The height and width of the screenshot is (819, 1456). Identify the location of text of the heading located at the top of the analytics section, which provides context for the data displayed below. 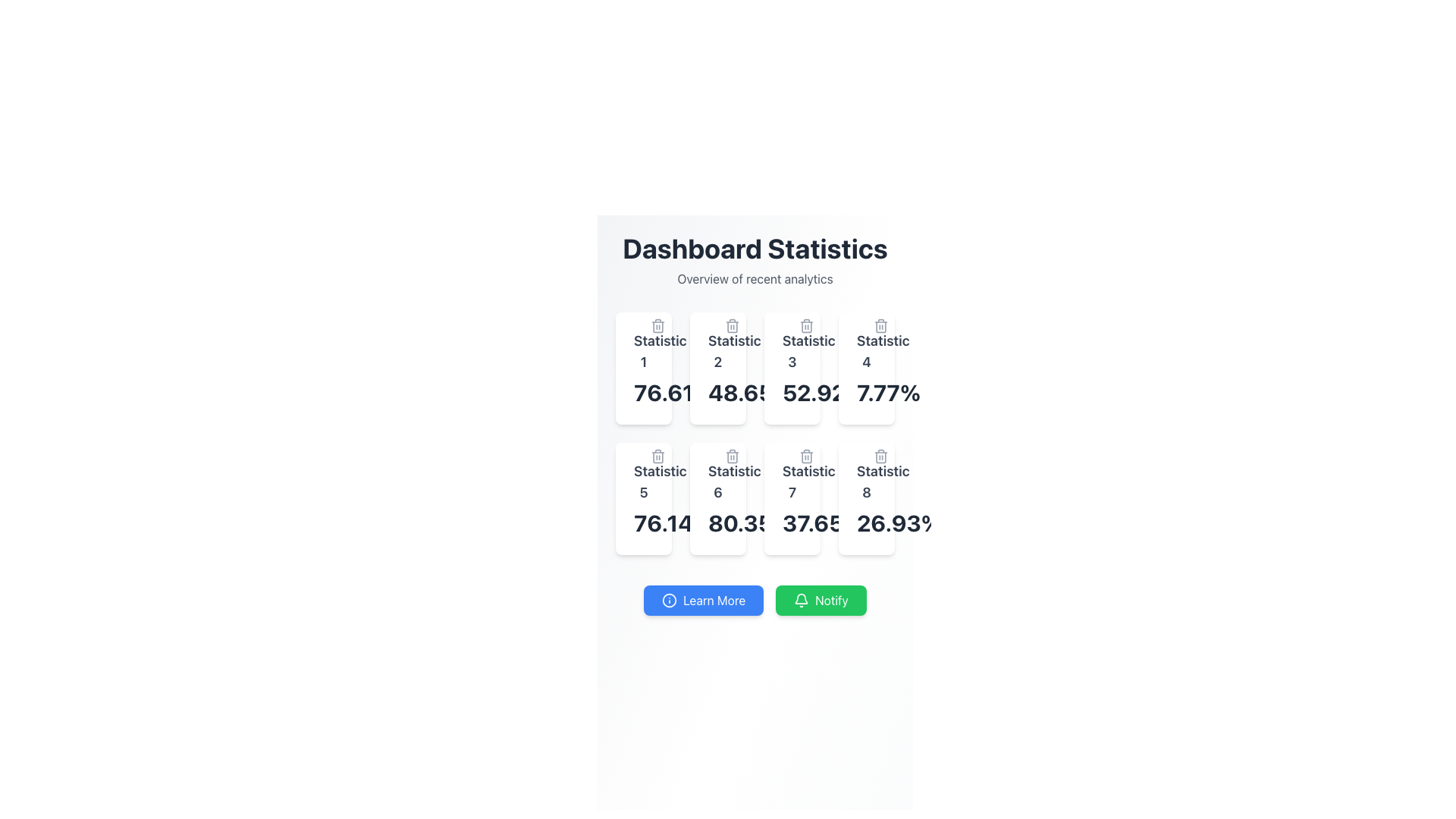
(755, 259).